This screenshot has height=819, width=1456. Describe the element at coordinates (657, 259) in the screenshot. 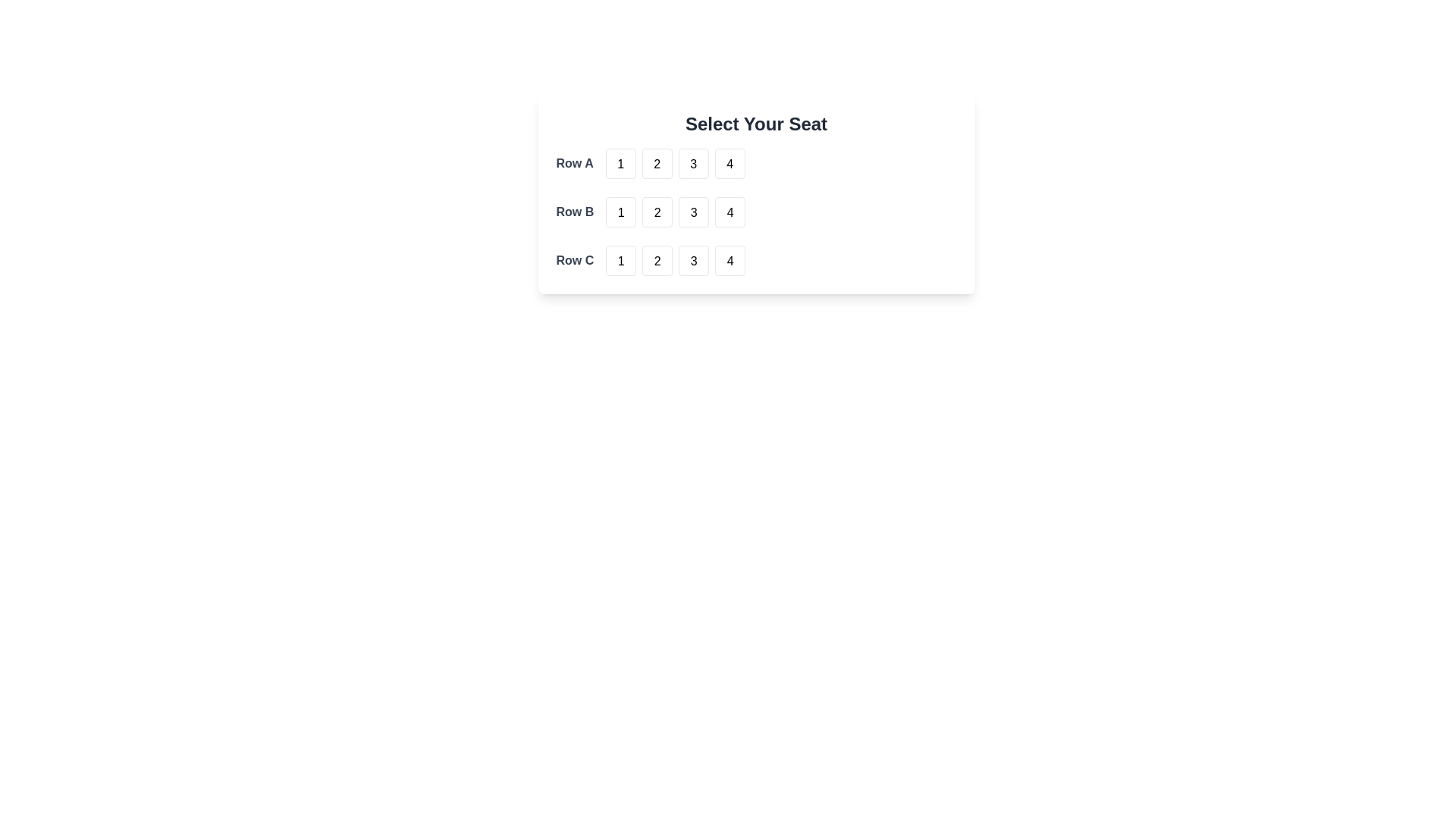

I see `the button representing the number '2' in Row C of the grid interface` at that location.